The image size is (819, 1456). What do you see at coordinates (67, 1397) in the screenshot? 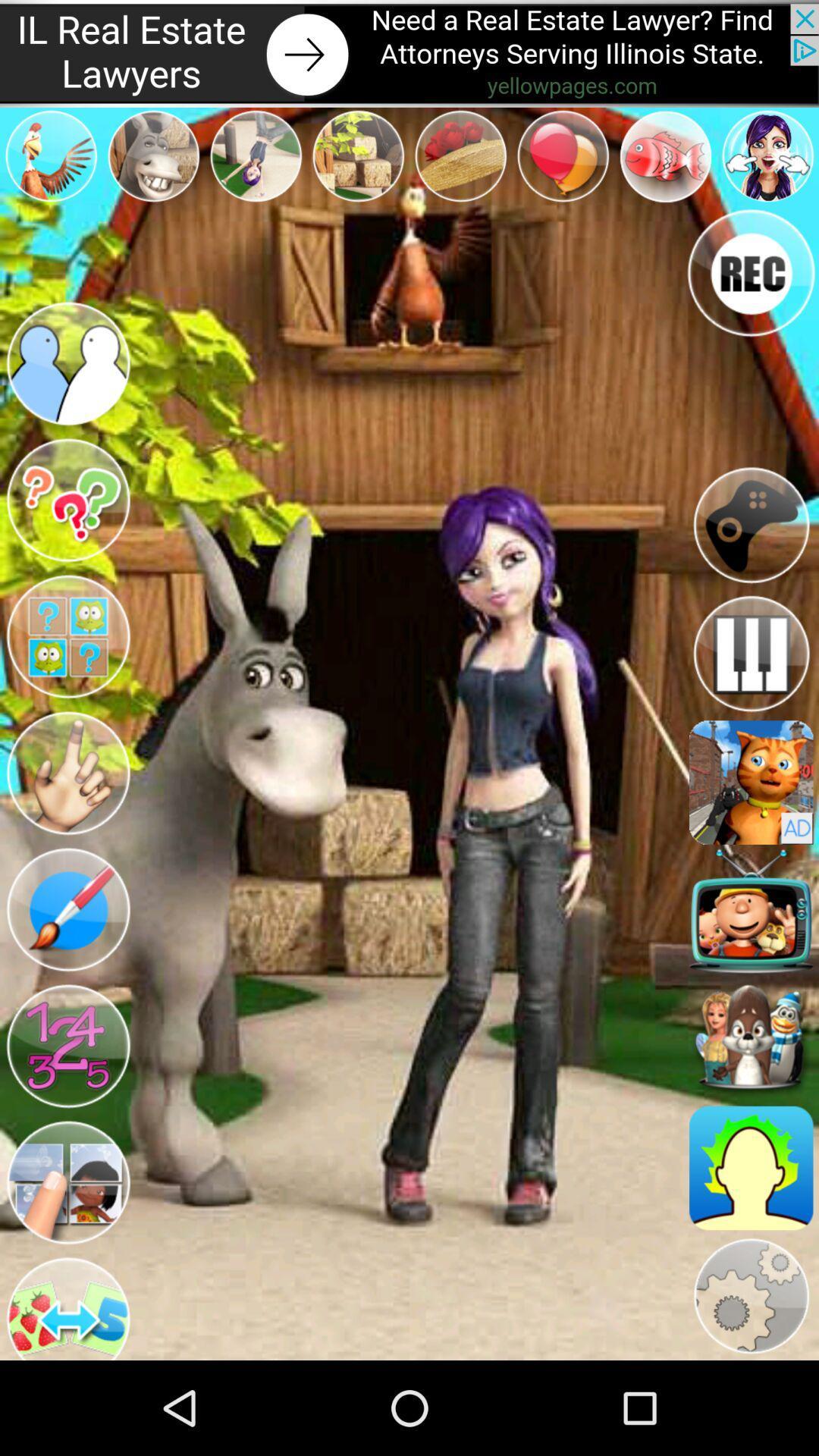
I see `the swap icon` at bounding box center [67, 1397].